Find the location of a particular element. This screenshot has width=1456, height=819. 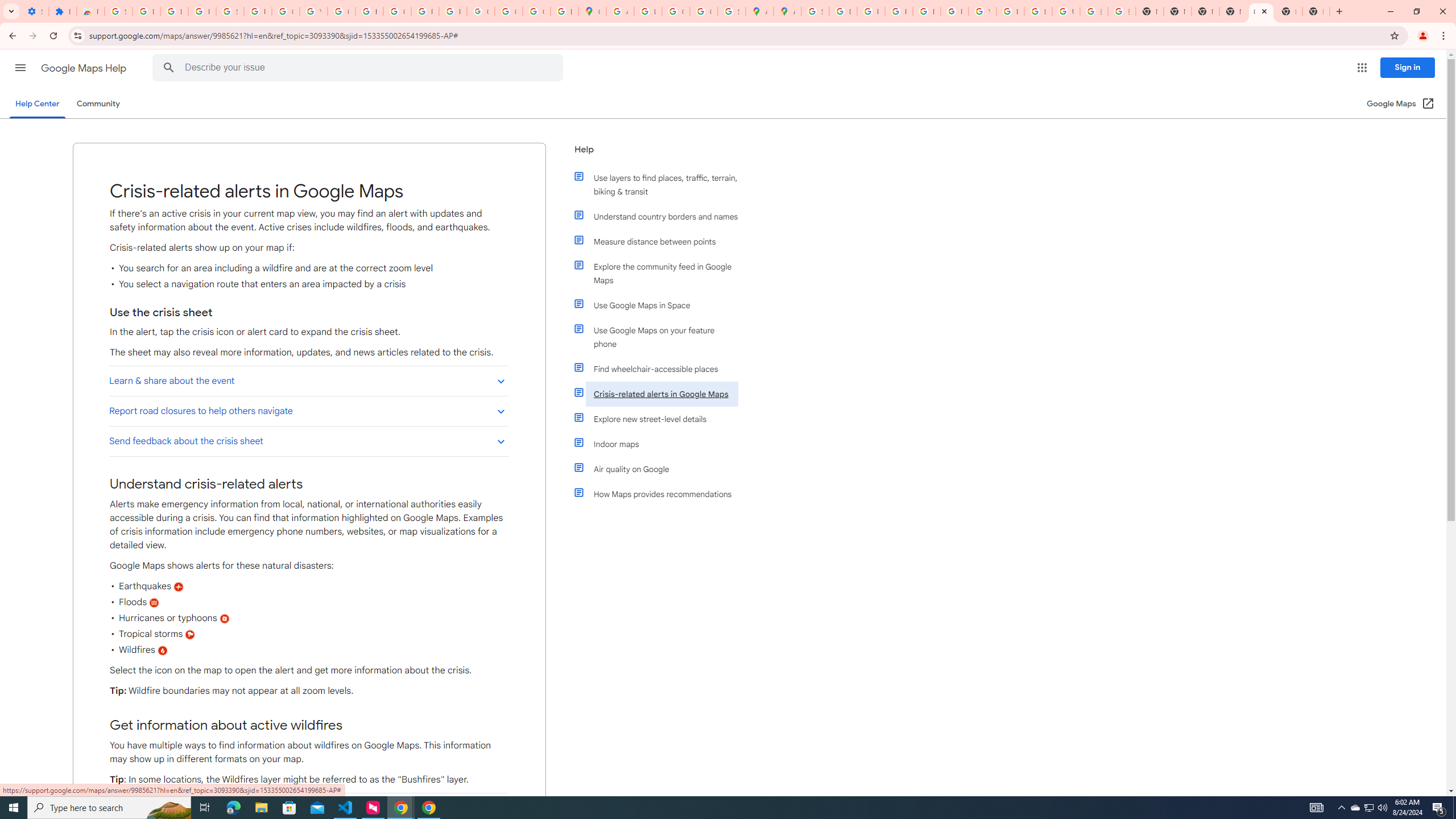

'Crisis-related alerts in Google Maps - Google Maps Help' is located at coordinates (1260, 11).